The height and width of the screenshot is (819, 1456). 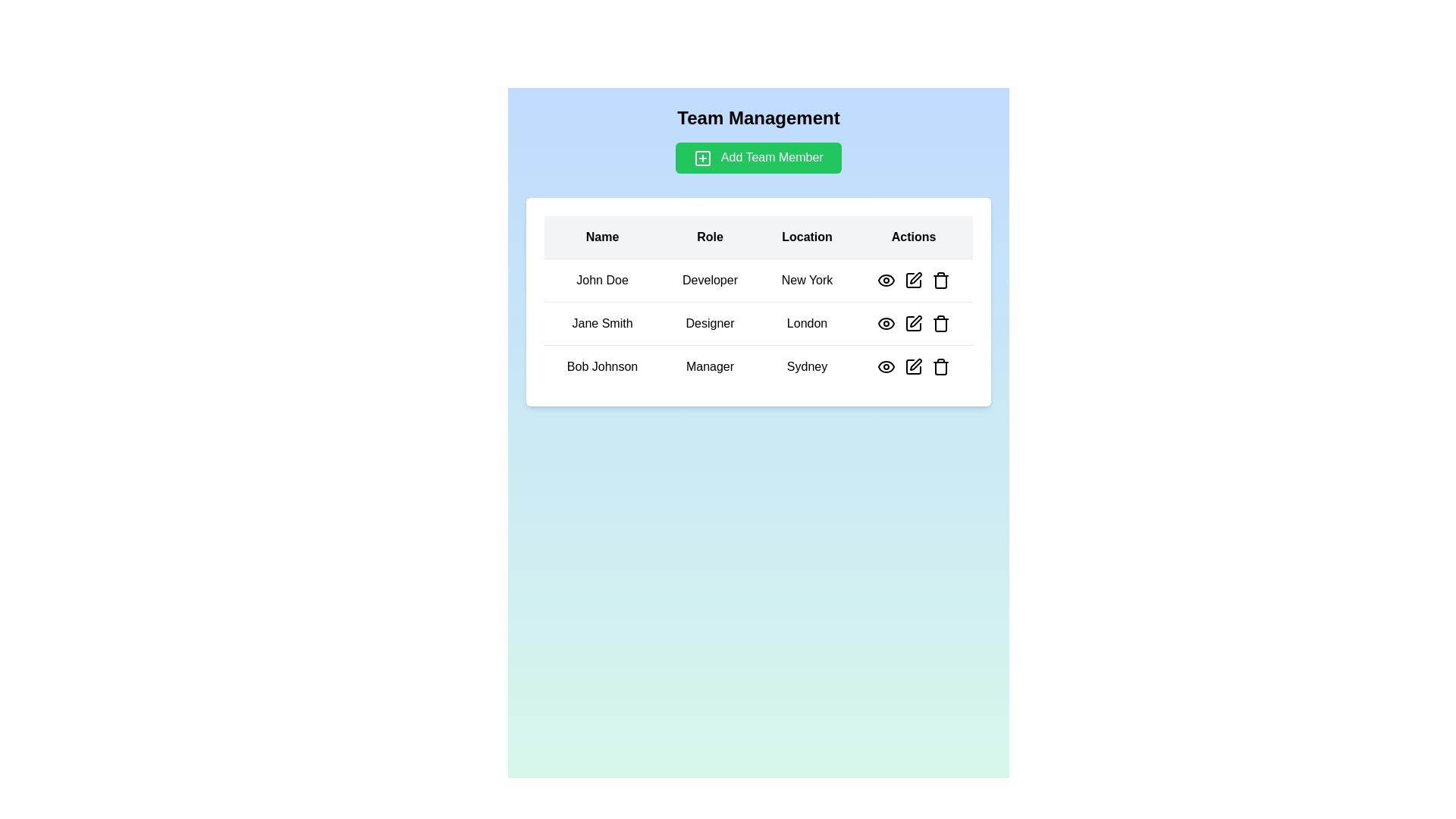 What do you see at coordinates (709, 322) in the screenshot?
I see `the text label displaying 'Designer' in the 'Role' column of the 'Team Management' data table for 'Jane Smith'` at bounding box center [709, 322].